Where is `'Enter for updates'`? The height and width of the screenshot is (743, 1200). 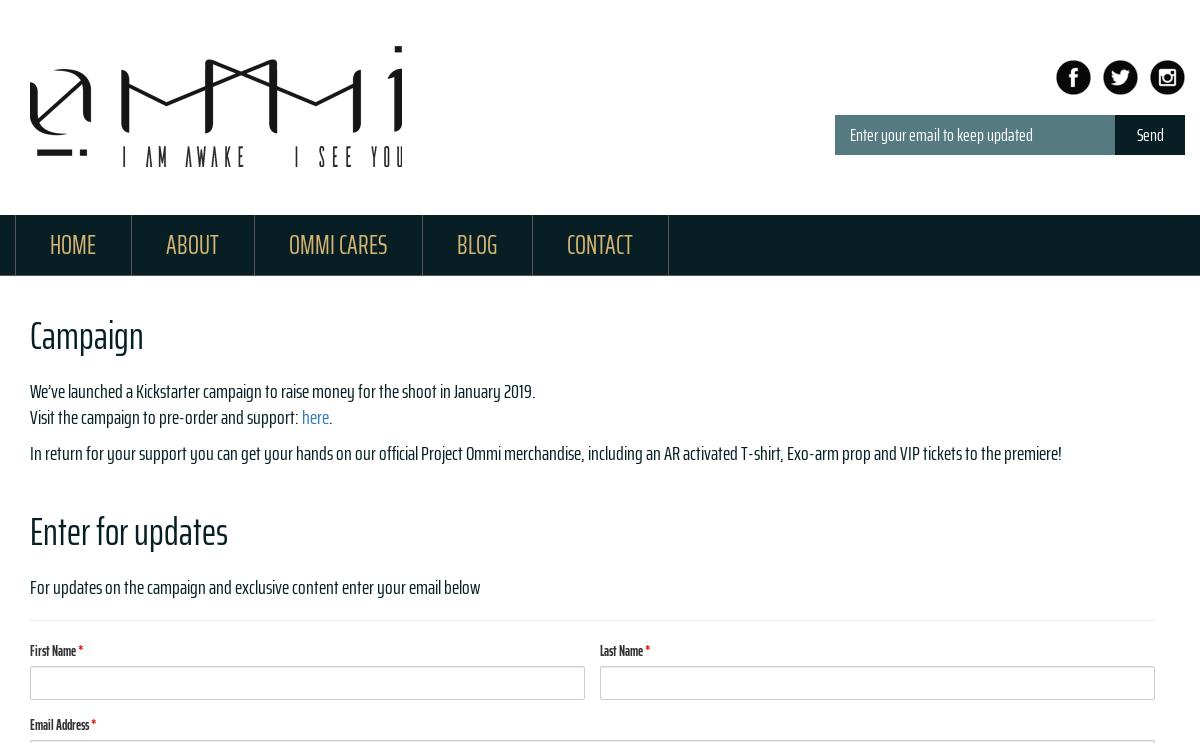 'Enter for updates' is located at coordinates (129, 531).